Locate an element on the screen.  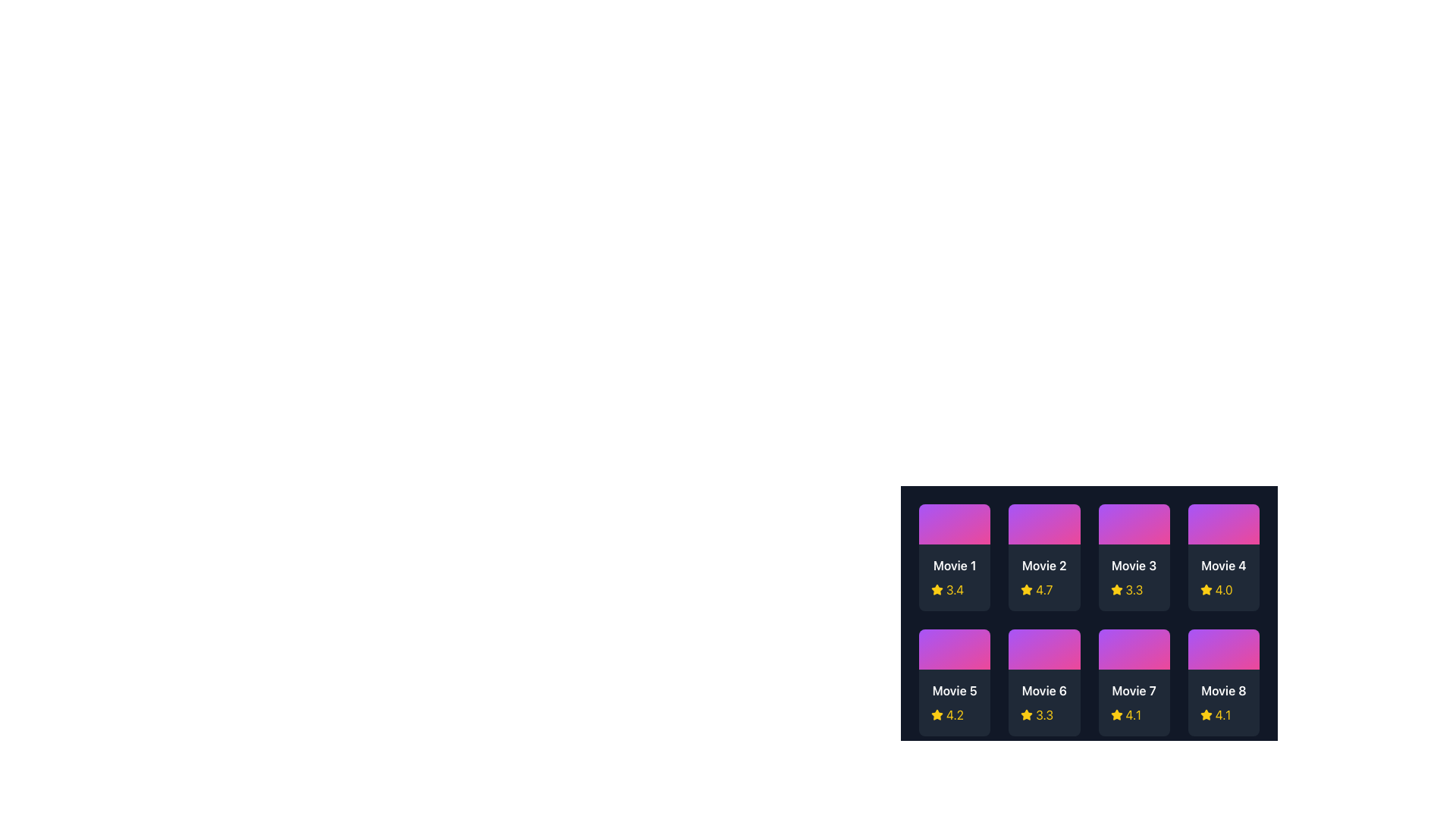
the text and icon group of the second card in the first row of the movie card grid, which displays the name and rating of a movie is located at coordinates (1043, 578).